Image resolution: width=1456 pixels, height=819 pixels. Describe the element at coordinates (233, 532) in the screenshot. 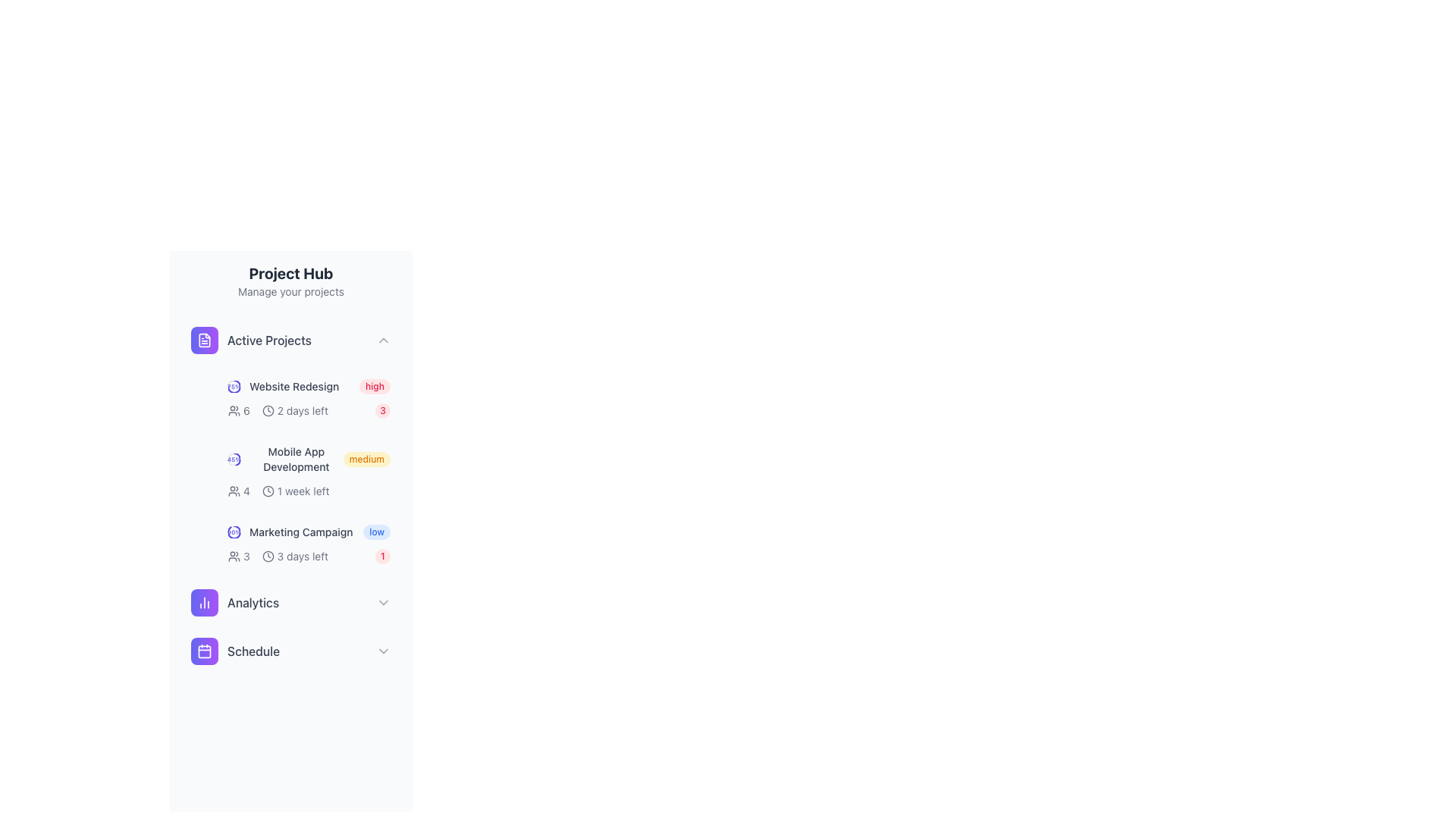

I see `the progress indicator or status icon located to the left of the 'Marketing Campaign' label in the Active Projects section` at that location.